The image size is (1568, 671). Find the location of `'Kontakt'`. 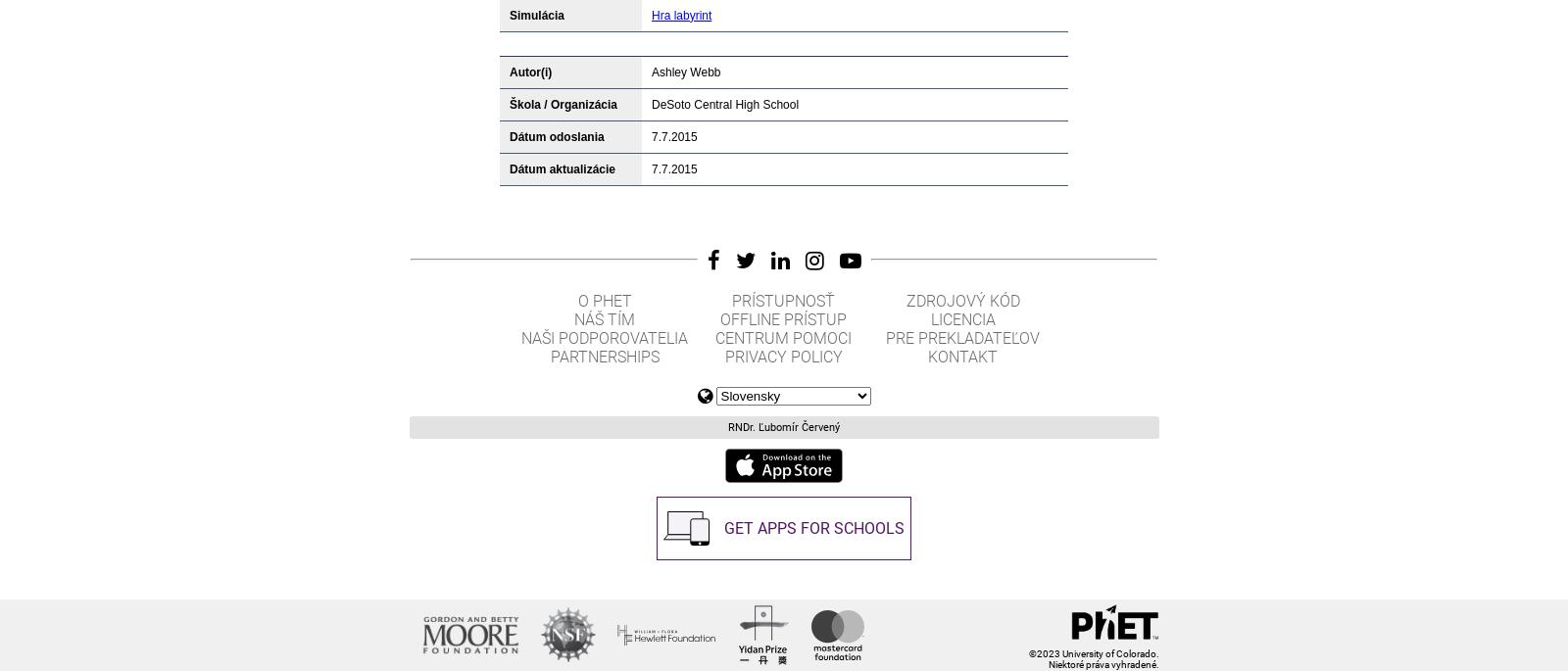

'Kontakt' is located at coordinates (961, 356).